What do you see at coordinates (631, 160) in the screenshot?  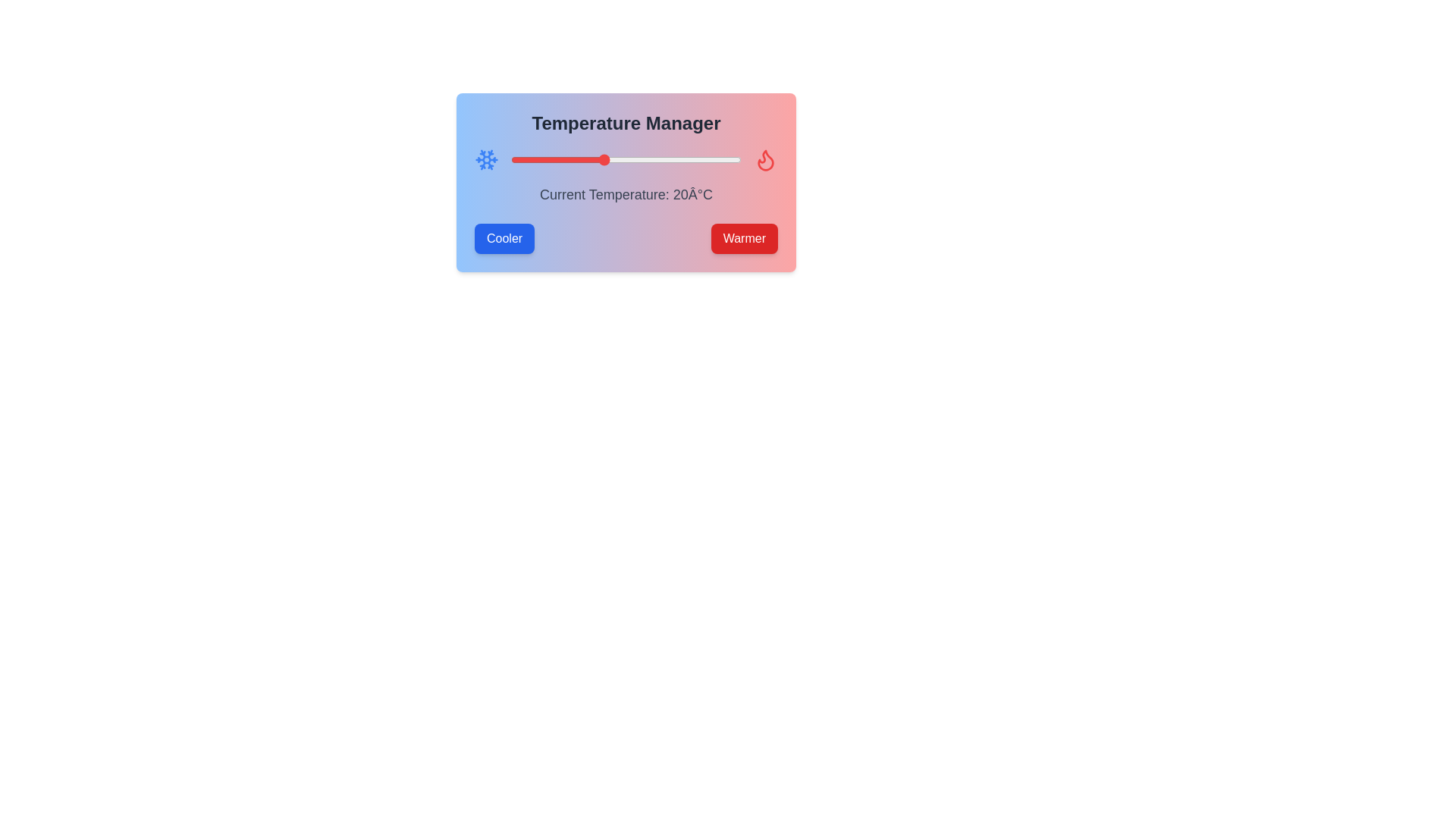 I see `the temperature slider to set the temperature to 26°C` at bounding box center [631, 160].